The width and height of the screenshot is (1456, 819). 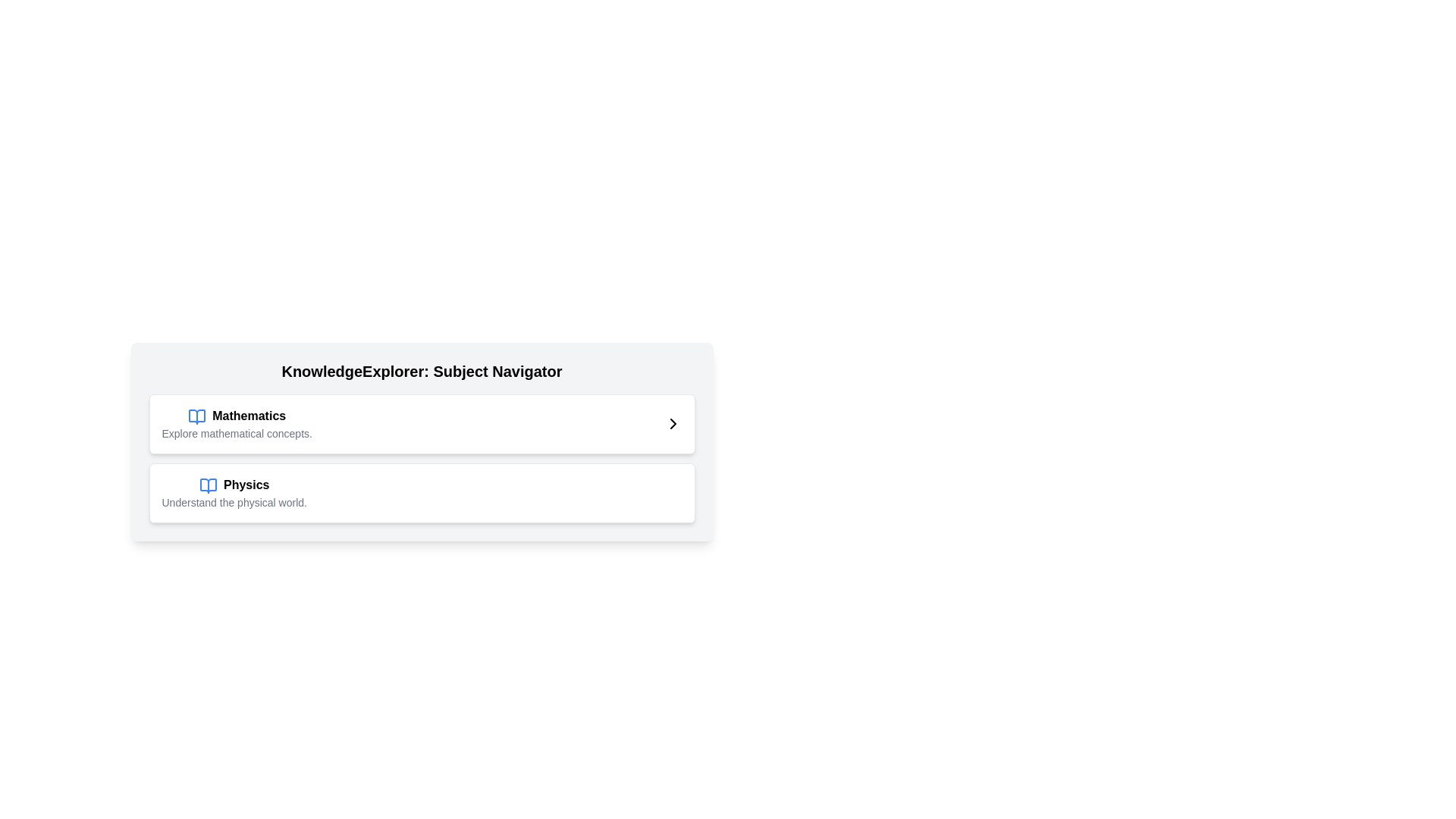 I want to click on the navigation icon located on the far right of the 'Mathematics' subject item, so click(x=672, y=424).